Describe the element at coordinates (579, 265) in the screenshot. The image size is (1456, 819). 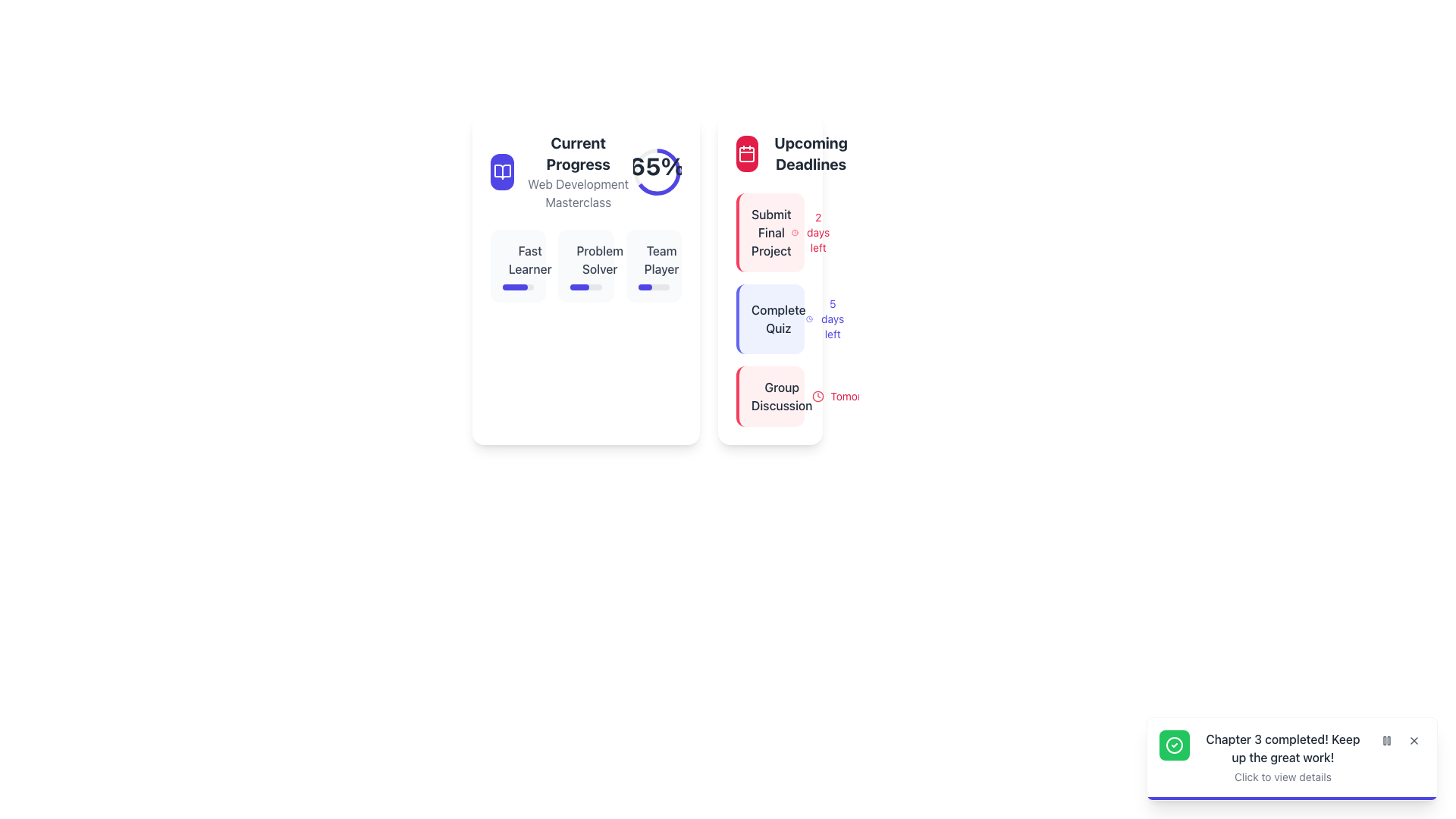
I see `the Decorative SVG graphic that resembles the lower part of a medal's ribbon design, located within the 'Current Progress' section of the application's card layout` at that location.